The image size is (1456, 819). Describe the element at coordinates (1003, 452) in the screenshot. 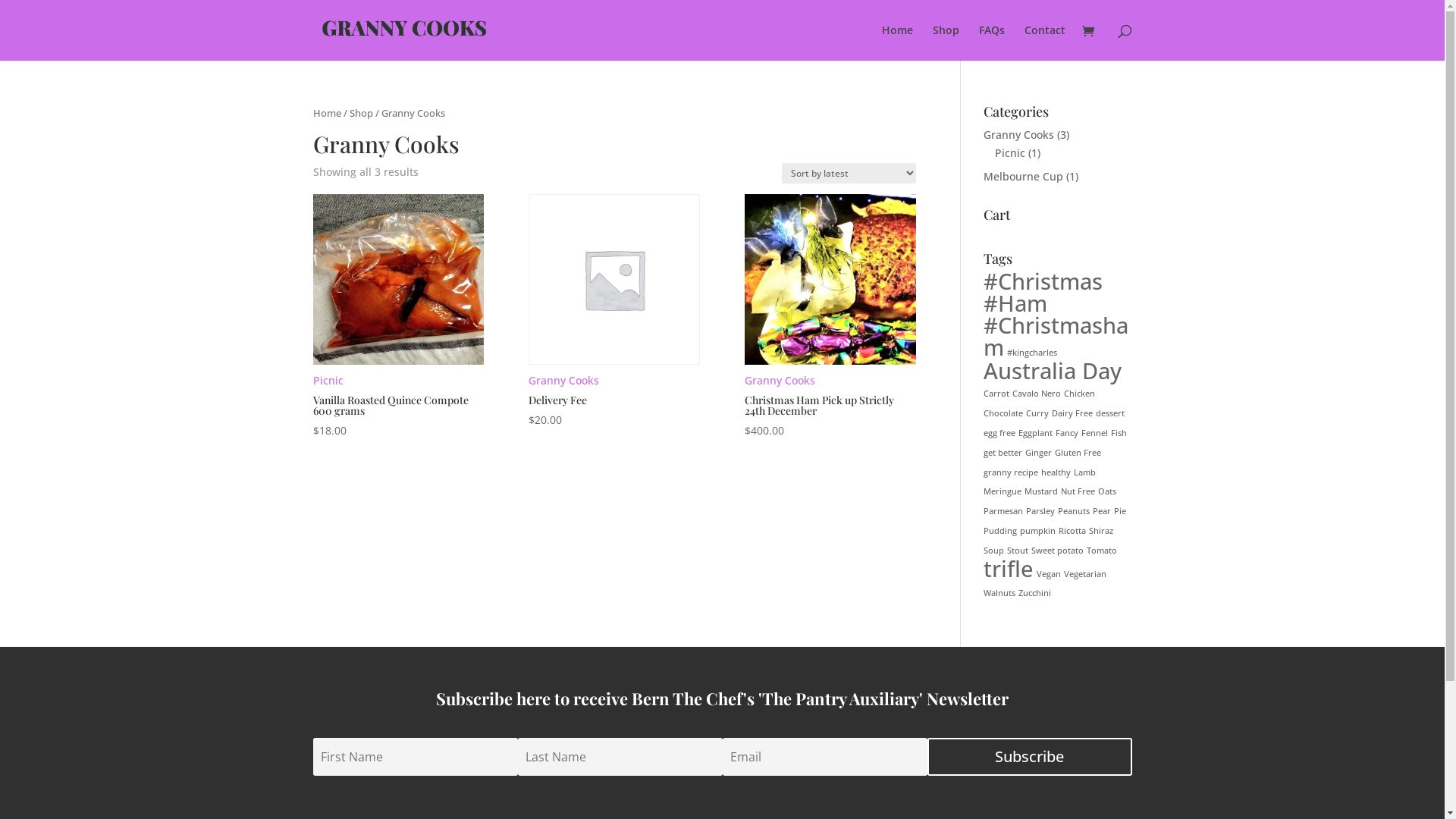

I see `'get better'` at that location.